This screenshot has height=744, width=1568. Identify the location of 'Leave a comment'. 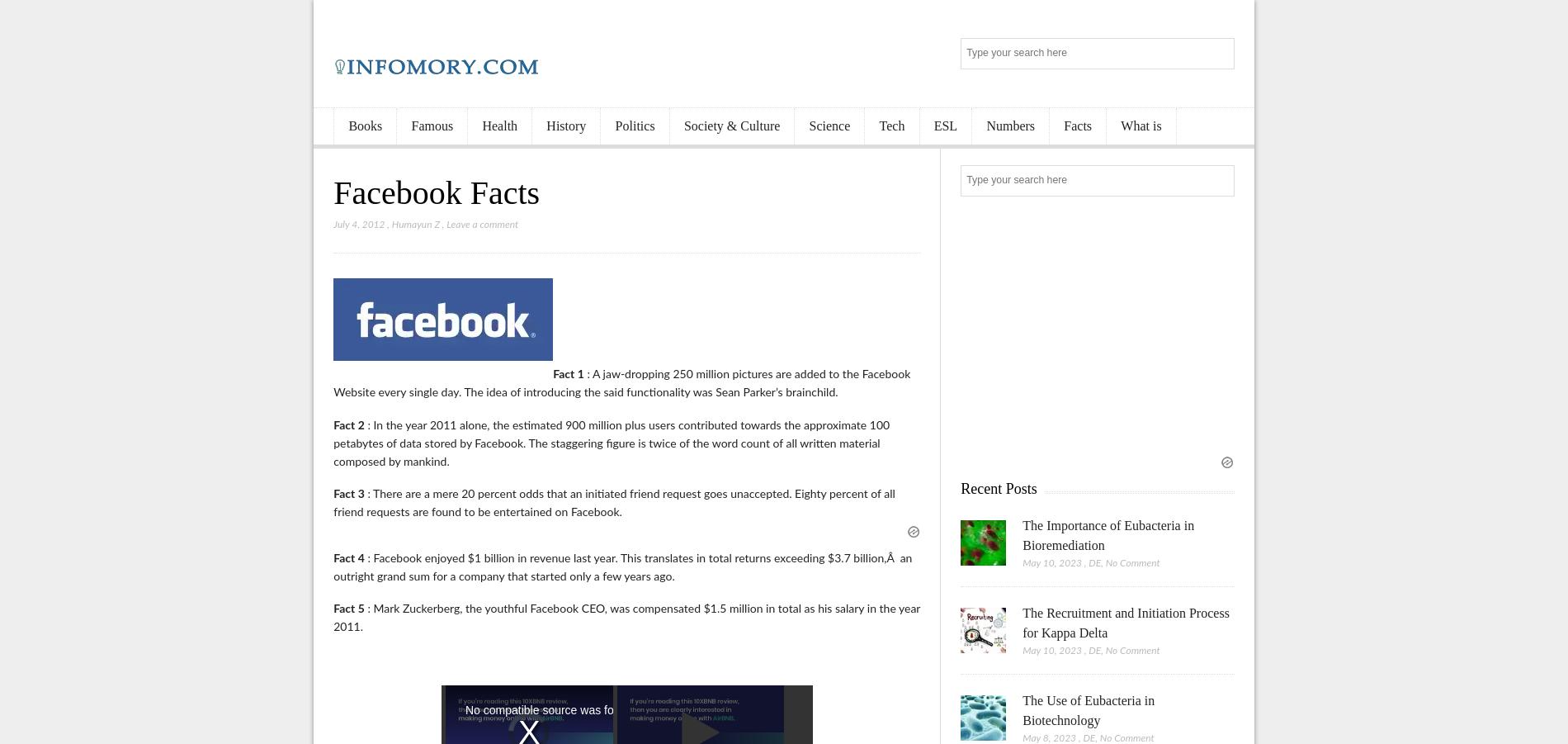
(482, 225).